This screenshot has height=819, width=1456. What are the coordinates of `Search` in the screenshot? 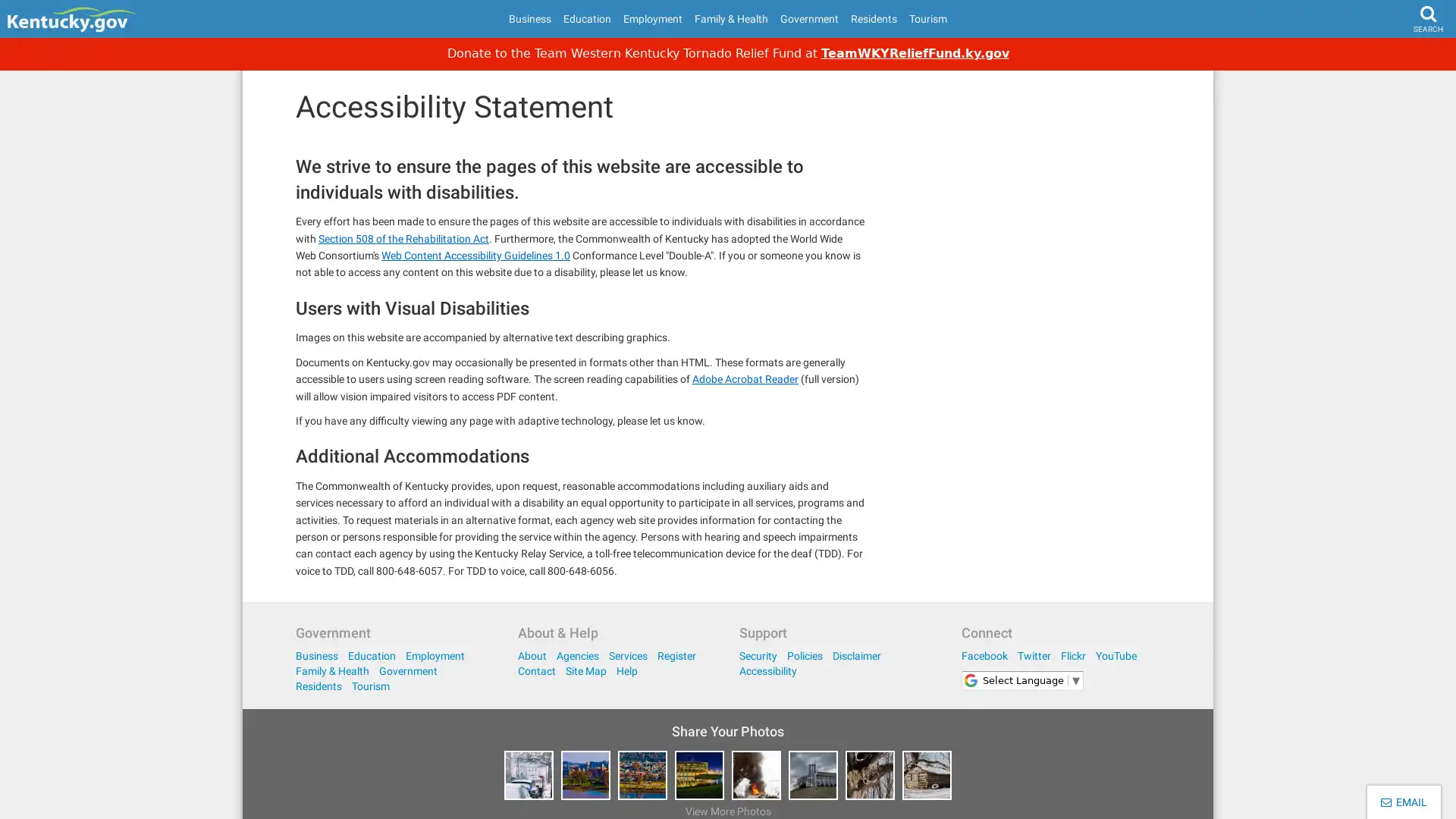 It's located at (1399, 58).